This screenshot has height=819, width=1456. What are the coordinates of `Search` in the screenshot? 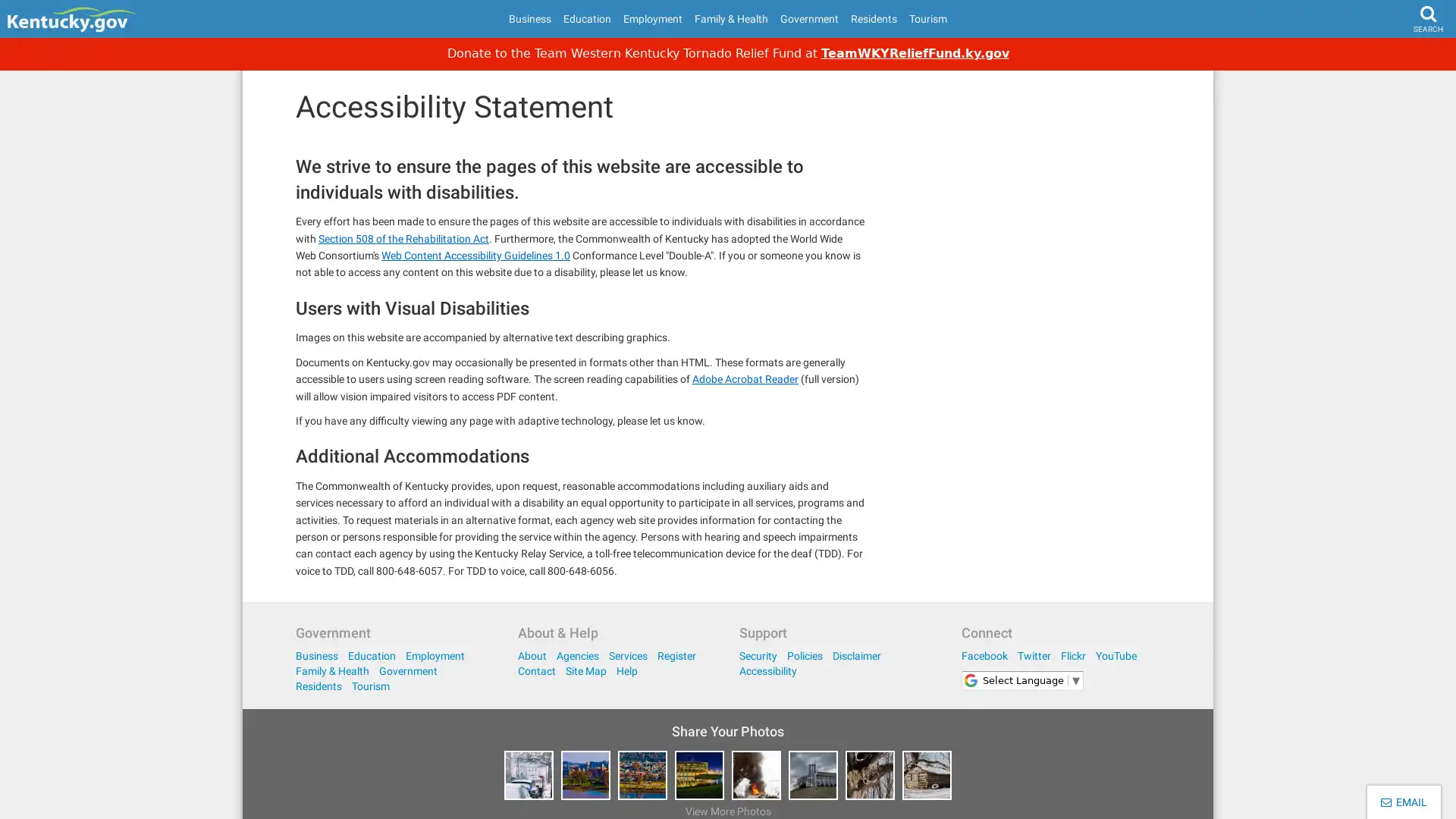 It's located at (1399, 58).